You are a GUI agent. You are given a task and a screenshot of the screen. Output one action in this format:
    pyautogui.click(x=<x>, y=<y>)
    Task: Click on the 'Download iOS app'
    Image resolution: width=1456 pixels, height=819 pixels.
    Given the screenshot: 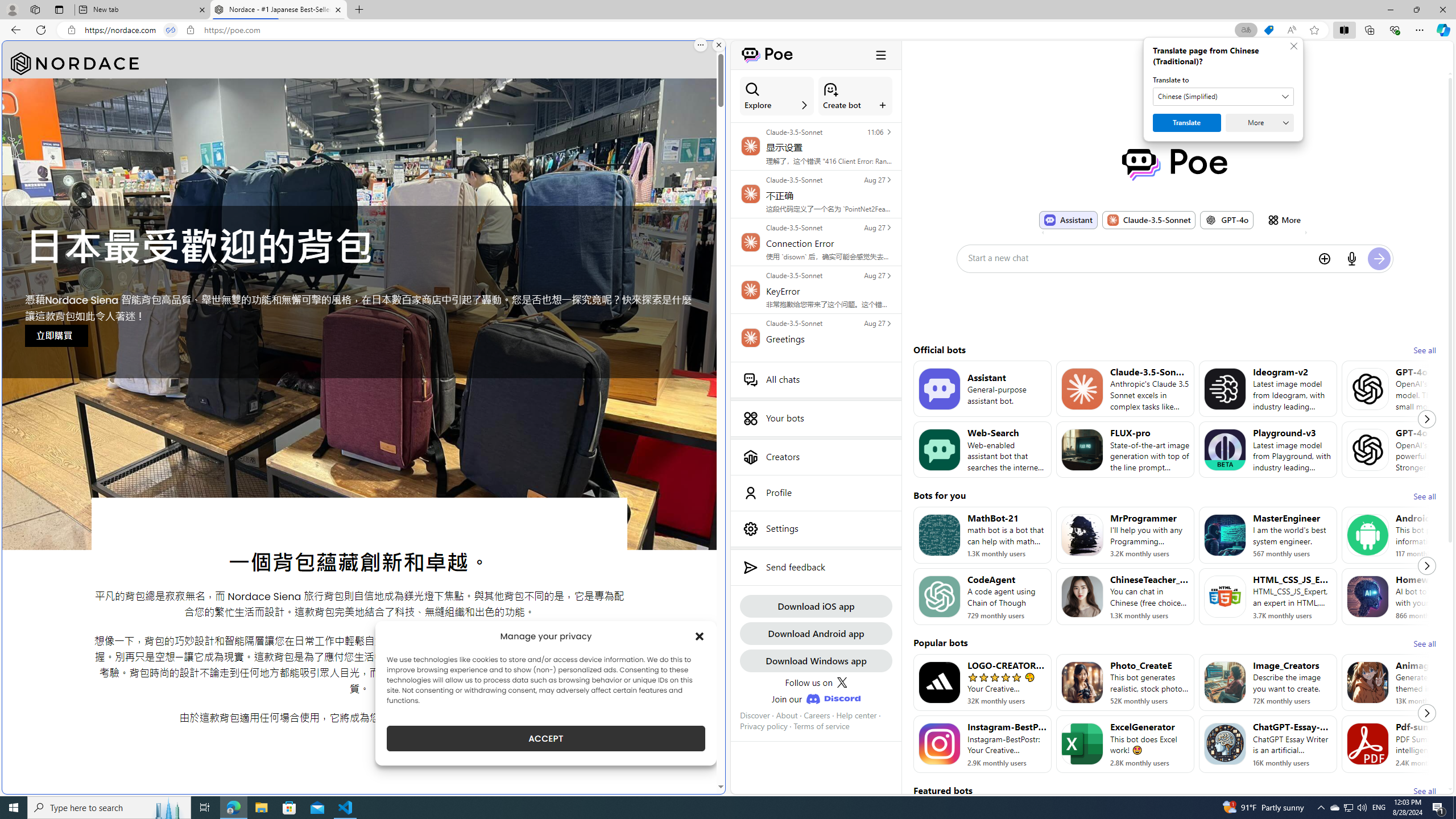 What is the action you would take?
    pyautogui.click(x=816, y=605)
    